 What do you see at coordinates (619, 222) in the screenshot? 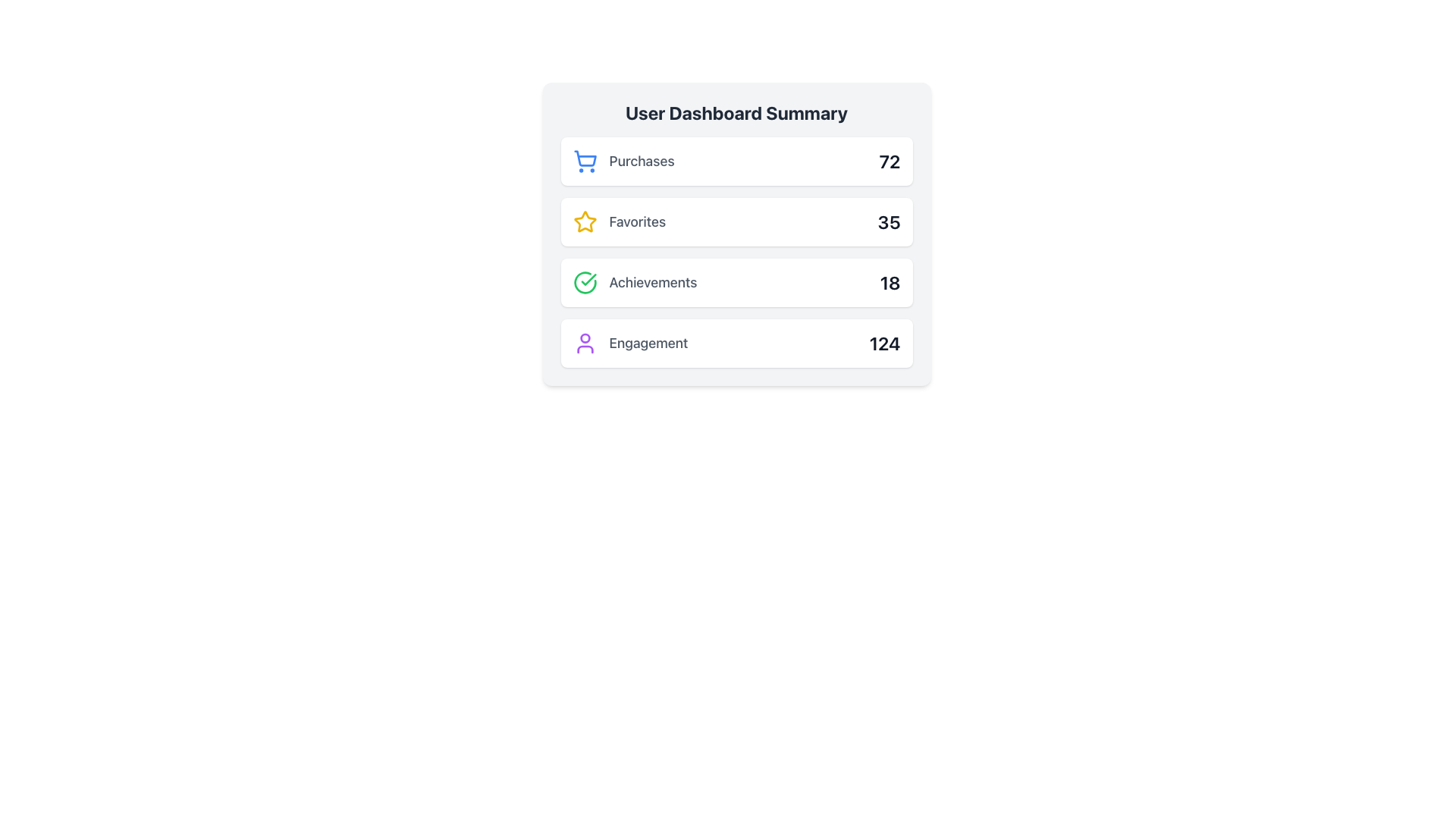
I see `the text label reading 'Favorites' which is styled in medium-sized gray font and located to the right of a yellow star icon in the user dashboard summary interface` at bounding box center [619, 222].